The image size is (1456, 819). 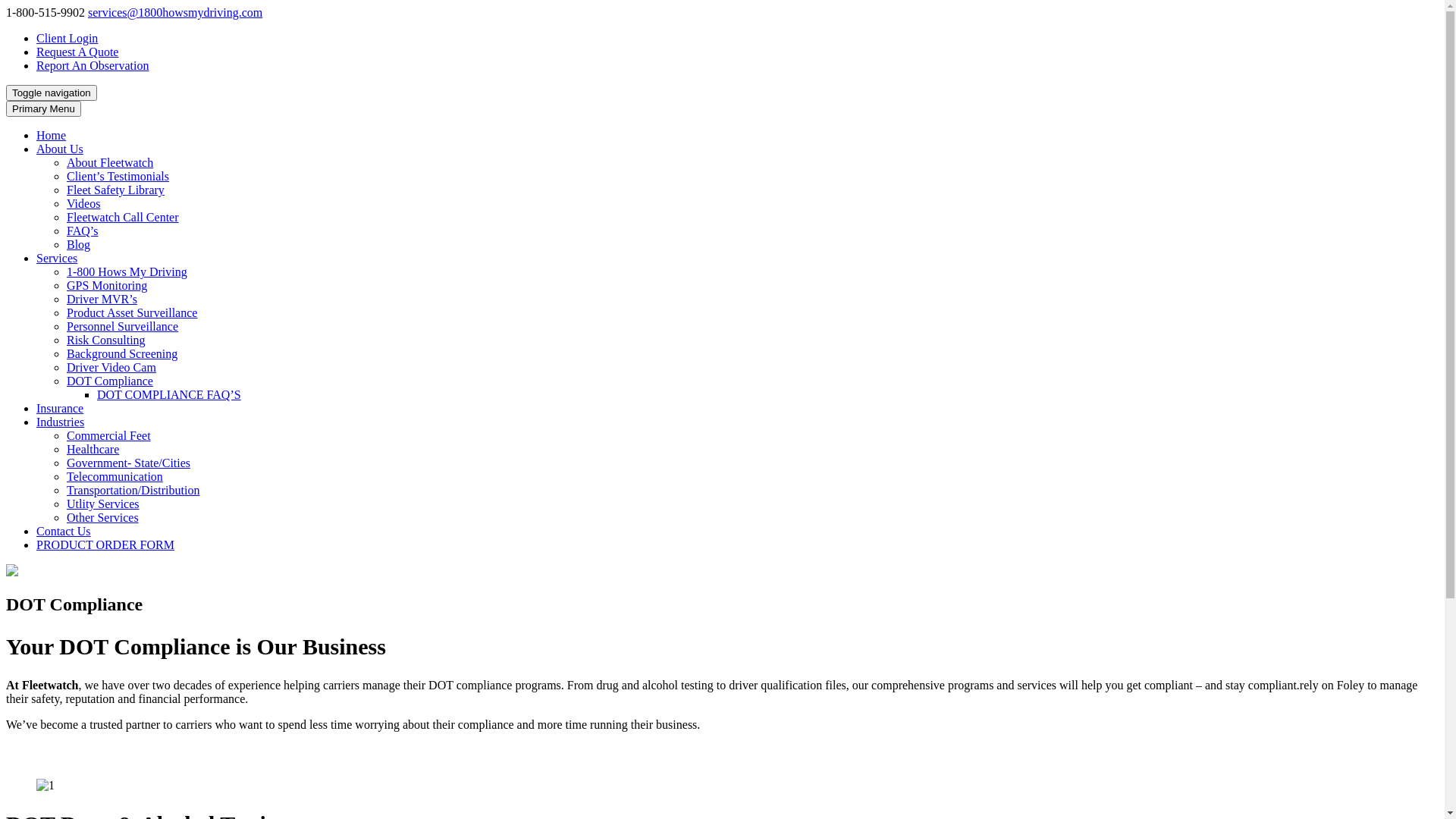 What do you see at coordinates (65, 475) in the screenshot?
I see `'Telecommunication'` at bounding box center [65, 475].